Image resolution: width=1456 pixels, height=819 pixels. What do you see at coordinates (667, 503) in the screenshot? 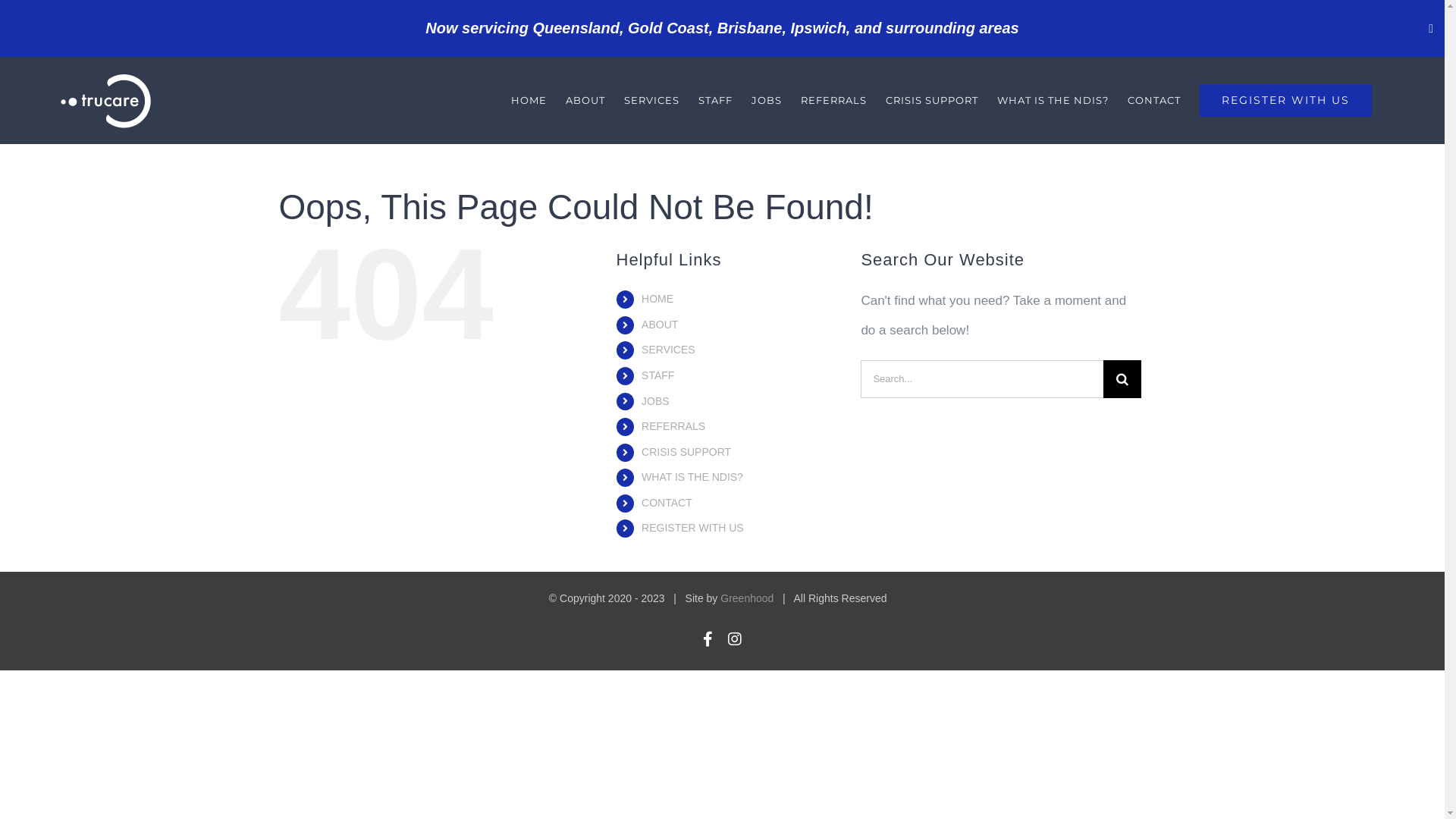
I see `'CONTACT'` at bounding box center [667, 503].